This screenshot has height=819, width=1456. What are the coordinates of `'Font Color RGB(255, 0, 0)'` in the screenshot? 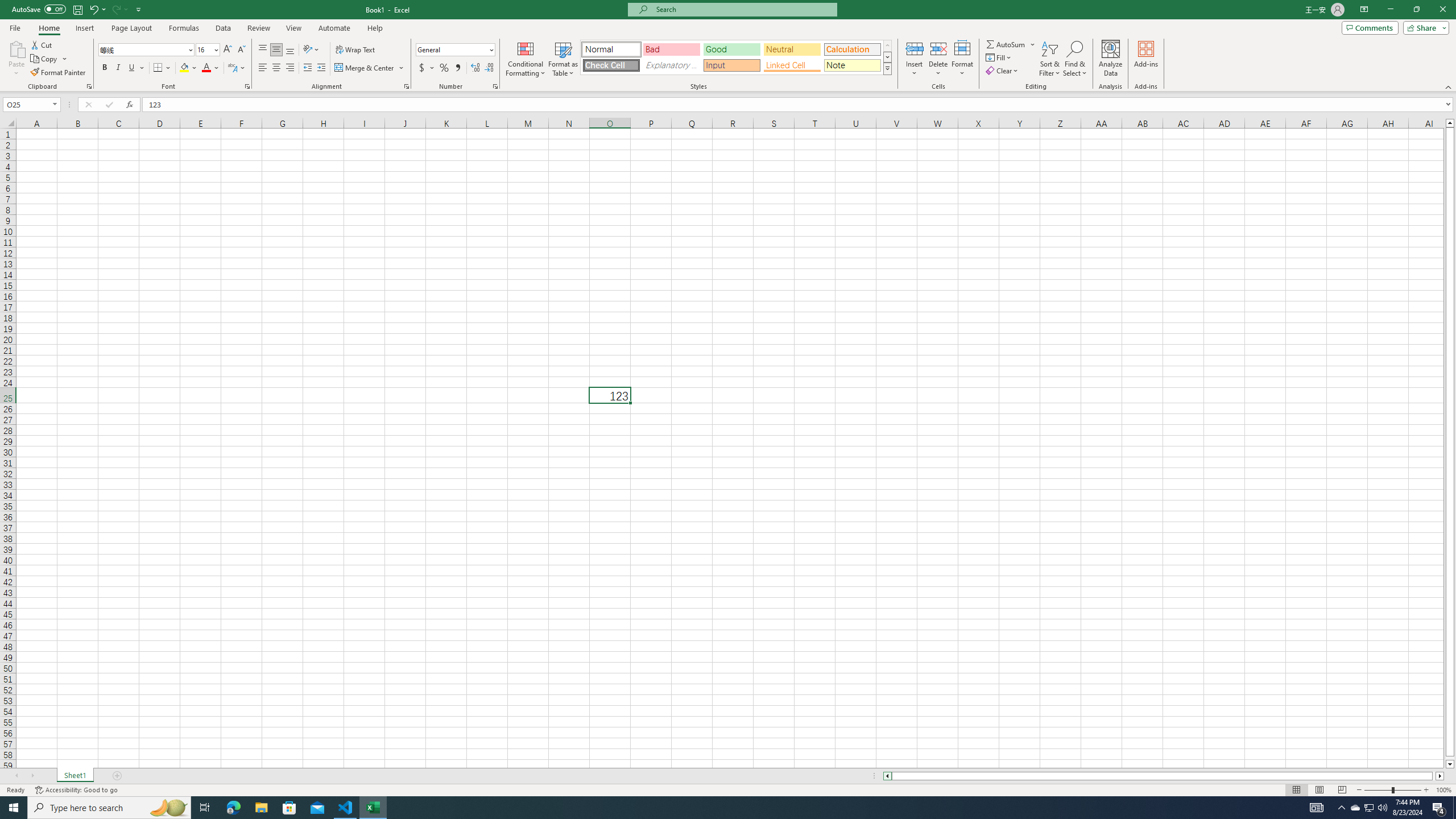 It's located at (206, 67).